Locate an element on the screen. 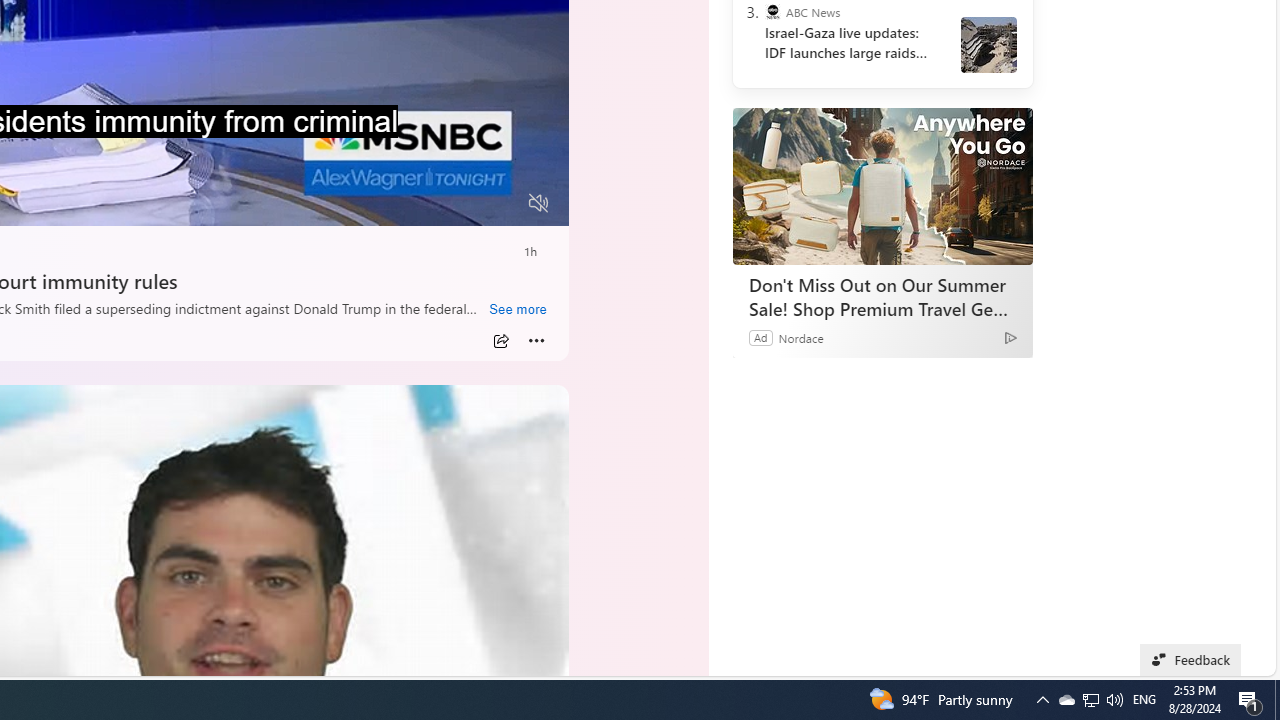 The height and width of the screenshot is (720, 1280). 'Unmute' is located at coordinates (538, 203).